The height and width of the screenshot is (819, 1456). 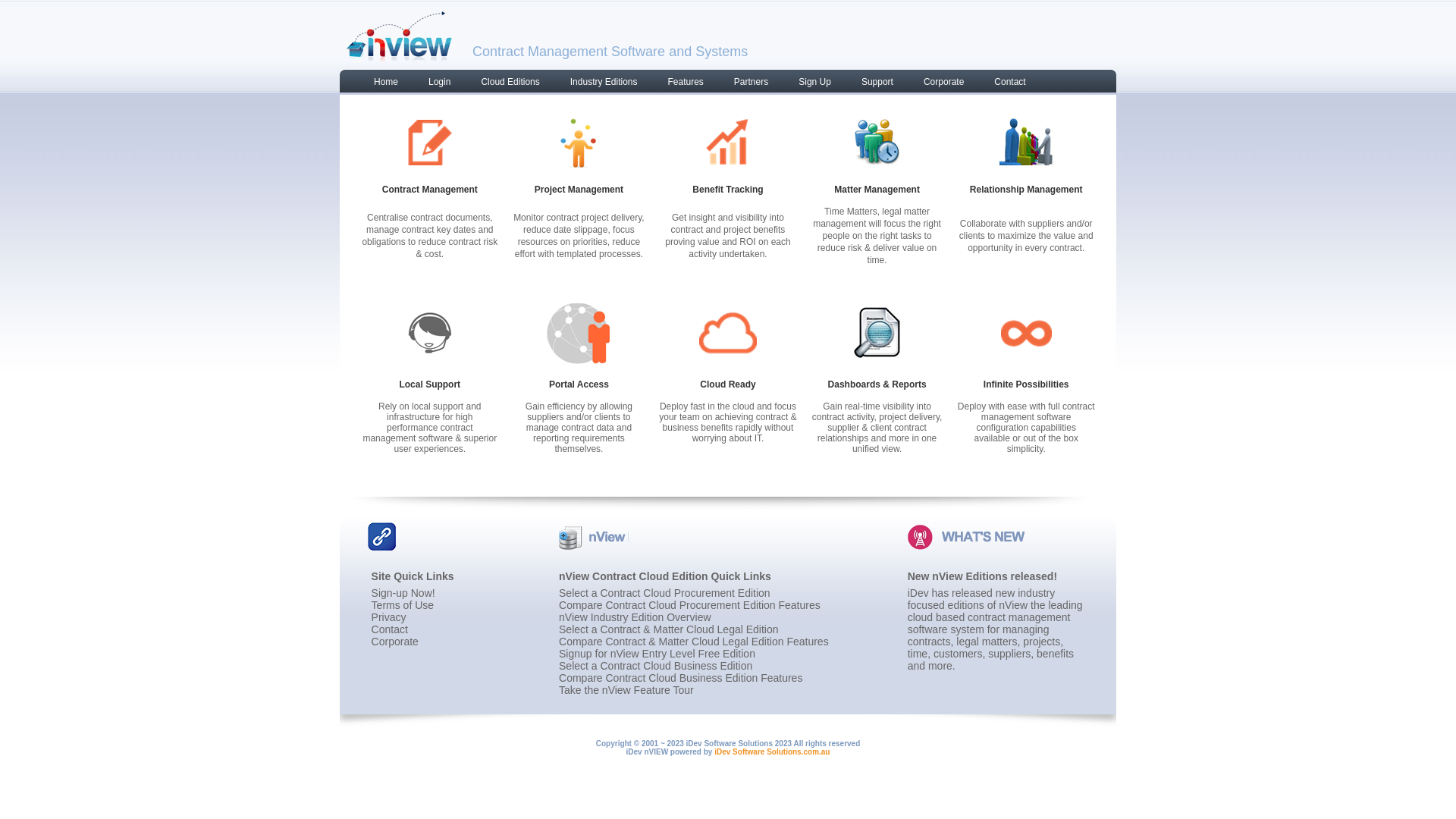 What do you see at coordinates (371, 617) in the screenshot?
I see `'Privacy'` at bounding box center [371, 617].